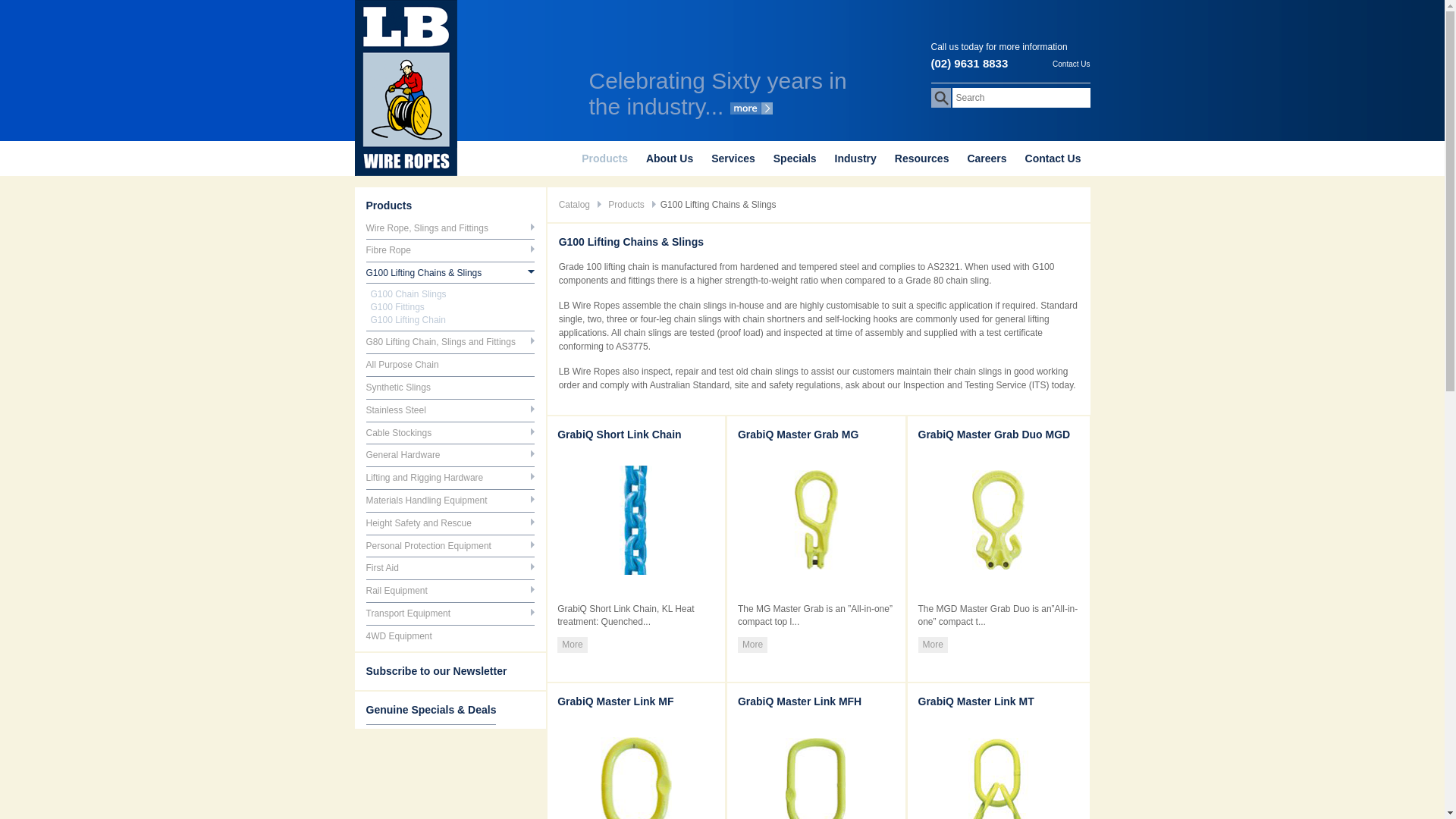 This screenshot has height=819, width=1456. What do you see at coordinates (669, 158) in the screenshot?
I see `'About Us'` at bounding box center [669, 158].